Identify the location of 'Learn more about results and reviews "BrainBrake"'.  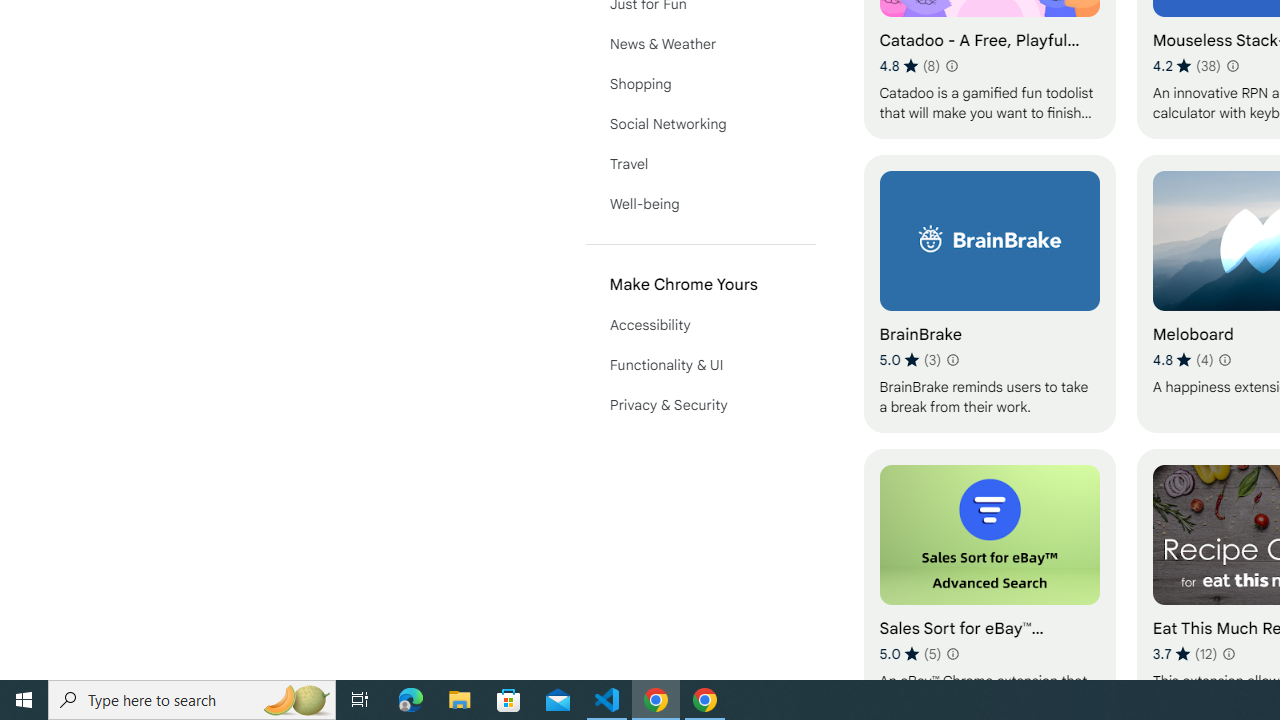
(951, 360).